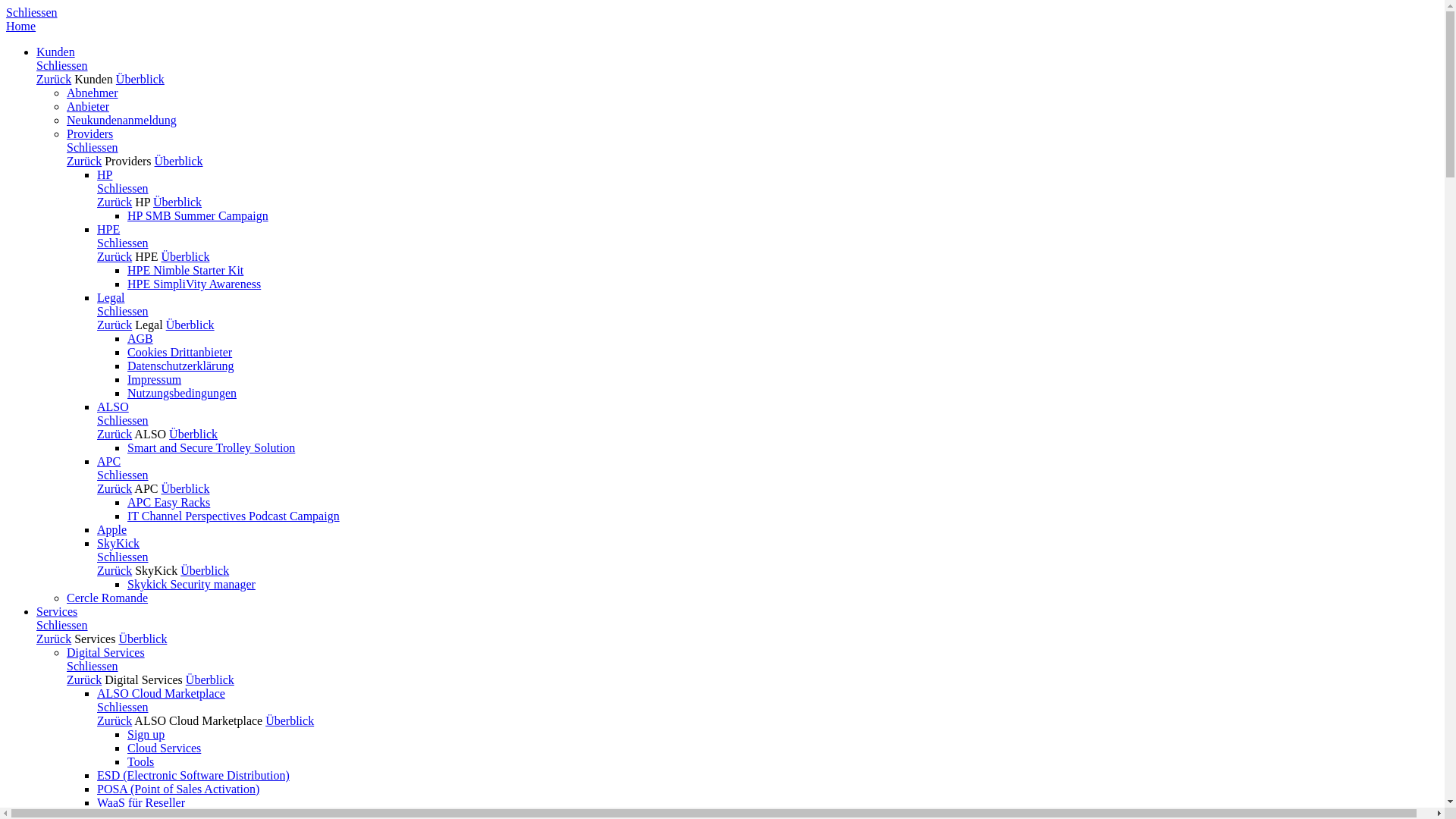 This screenshot has width=1456, height=819. What do you see at coordinates (65, 133) in the screenshot?
I see `'Providers'` at bounding box center [65, 133].